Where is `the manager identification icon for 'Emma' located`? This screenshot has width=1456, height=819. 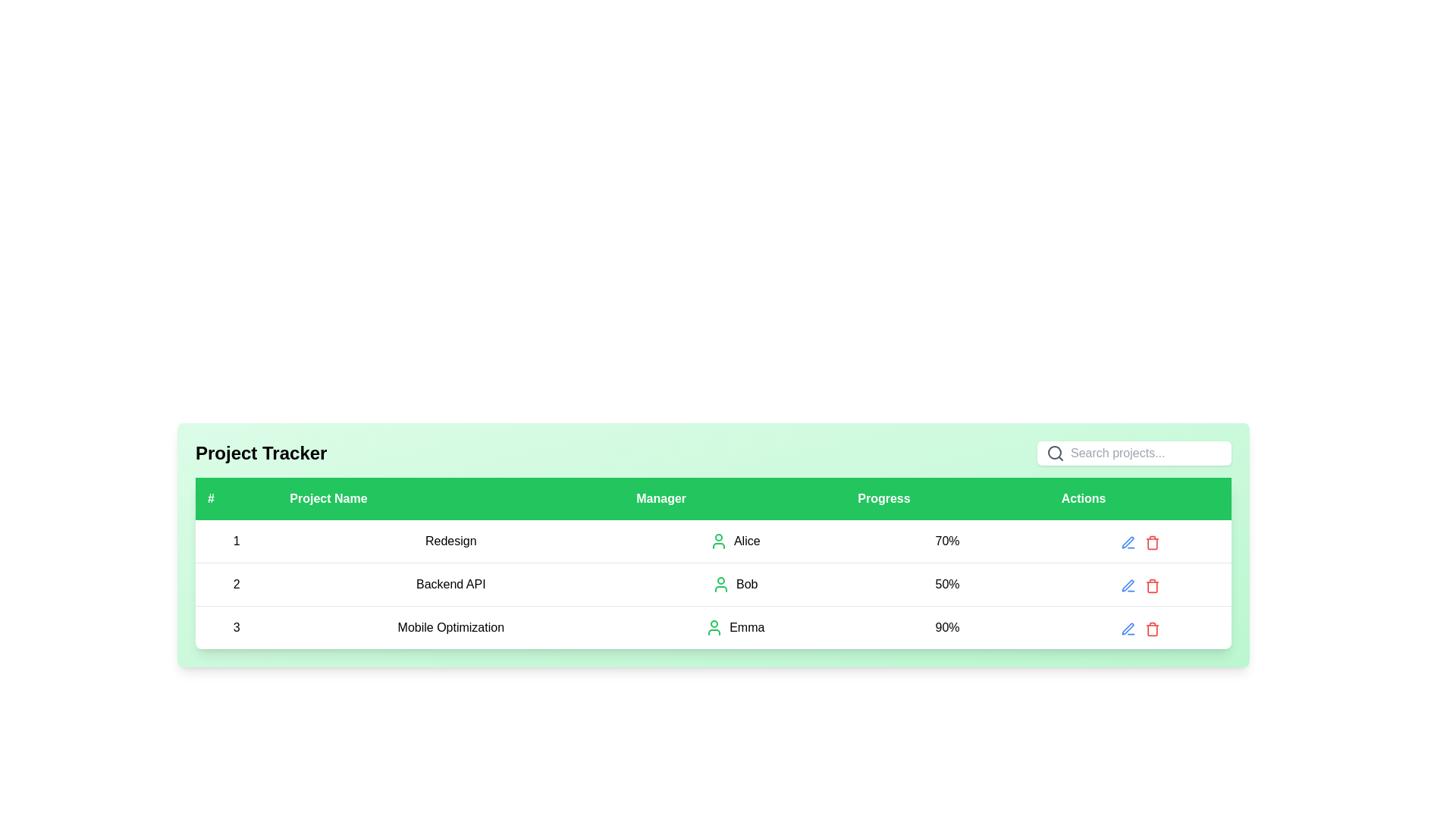
the manager identification icon for 'Emma' located is located at coordinates (713, 628).